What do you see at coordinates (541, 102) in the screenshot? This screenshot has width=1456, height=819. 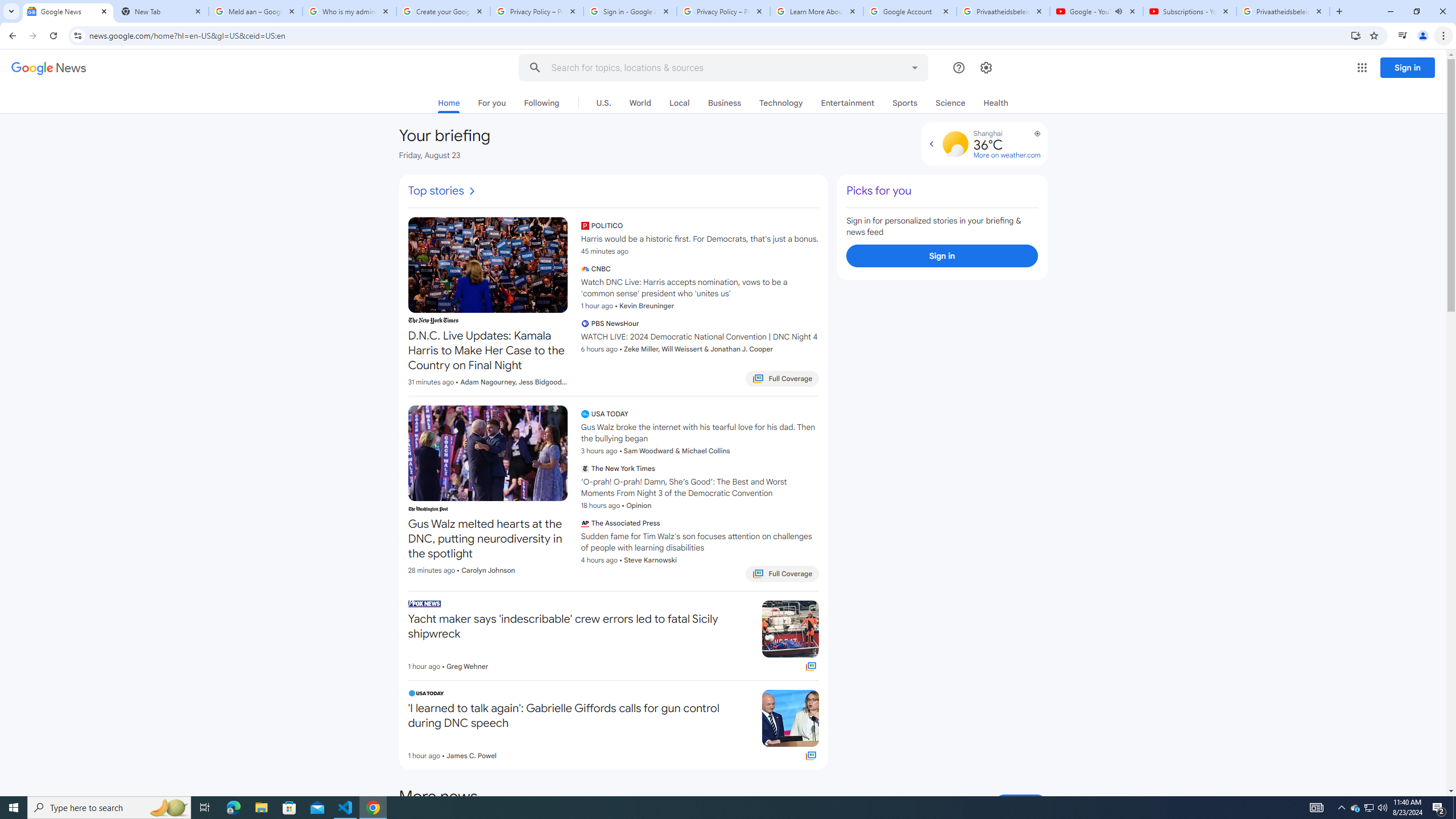 I see `'Following'` at bounding box center [541, 102].